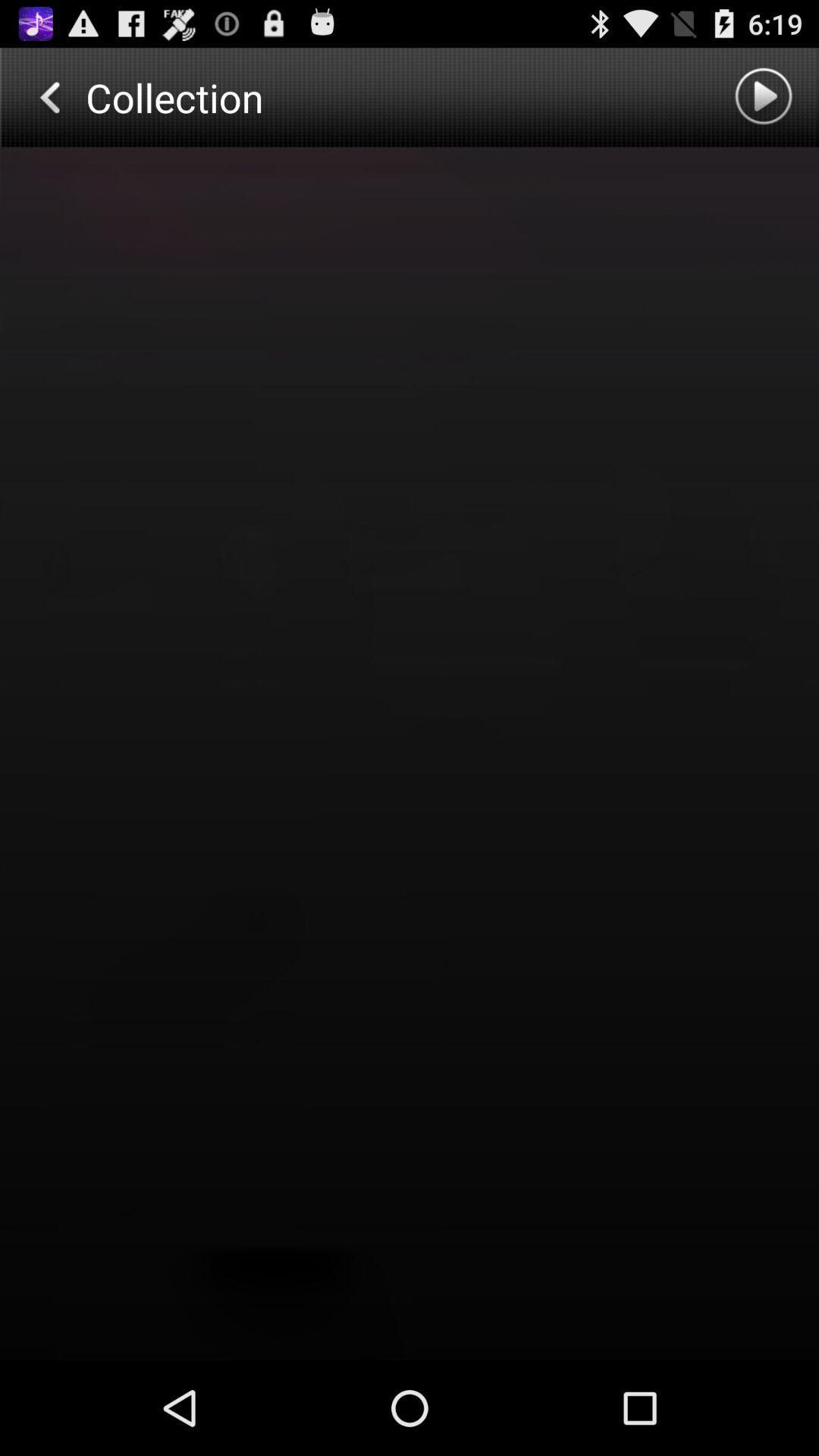 This screenshot has height=1456, width=819. What do you see at coordinates (48, 103) in the screenshot?
I see `the arrow_backward icon` at bounding box center [48, 103].